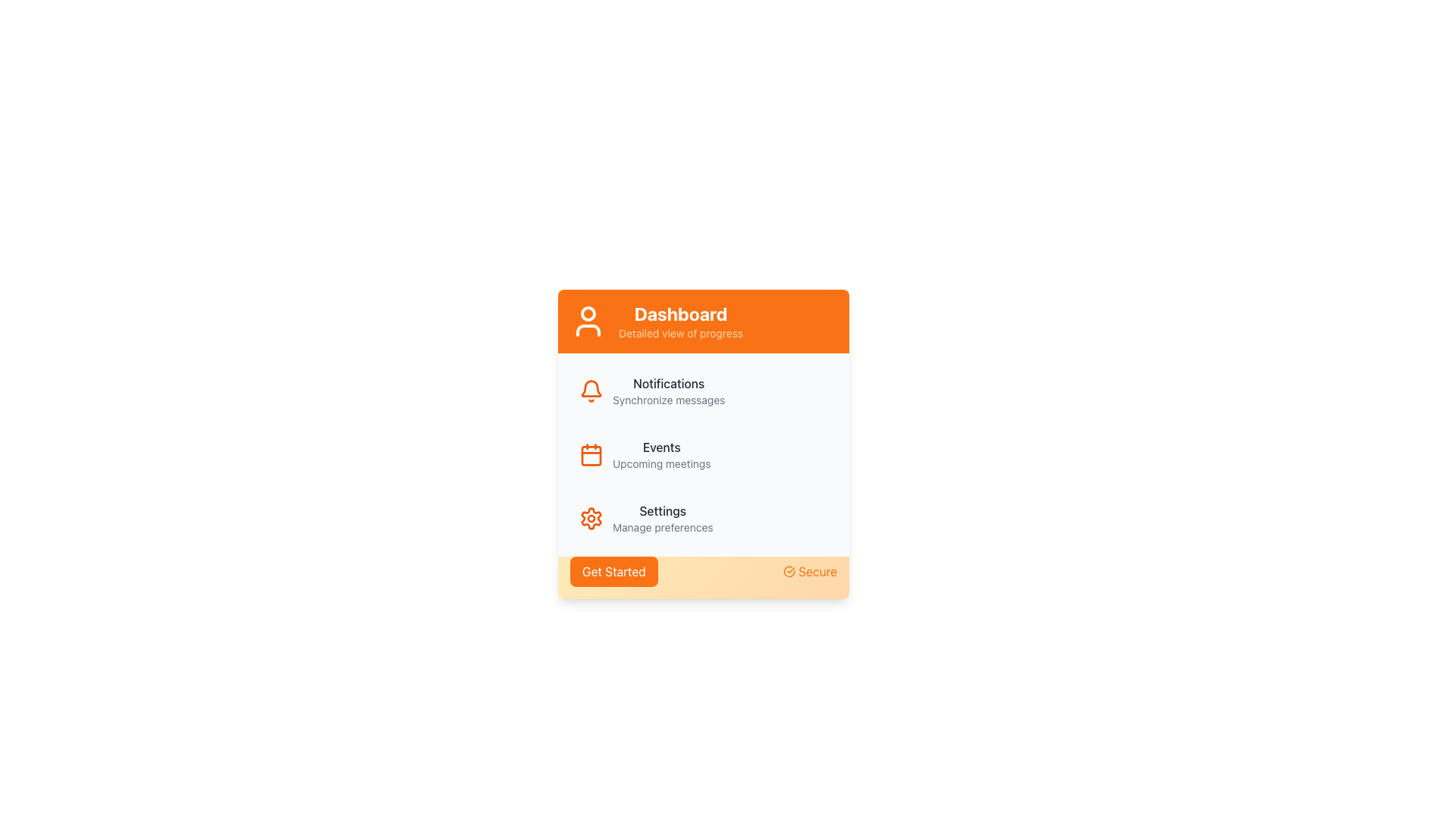 This screenshot has width=1456, height=819. I want to click on the Notifications button, which features a bell icon and text indicating 'Notifications' and 'Synchronize messages', located in the vertical menu under the Dashboard header, so click(702, 391).